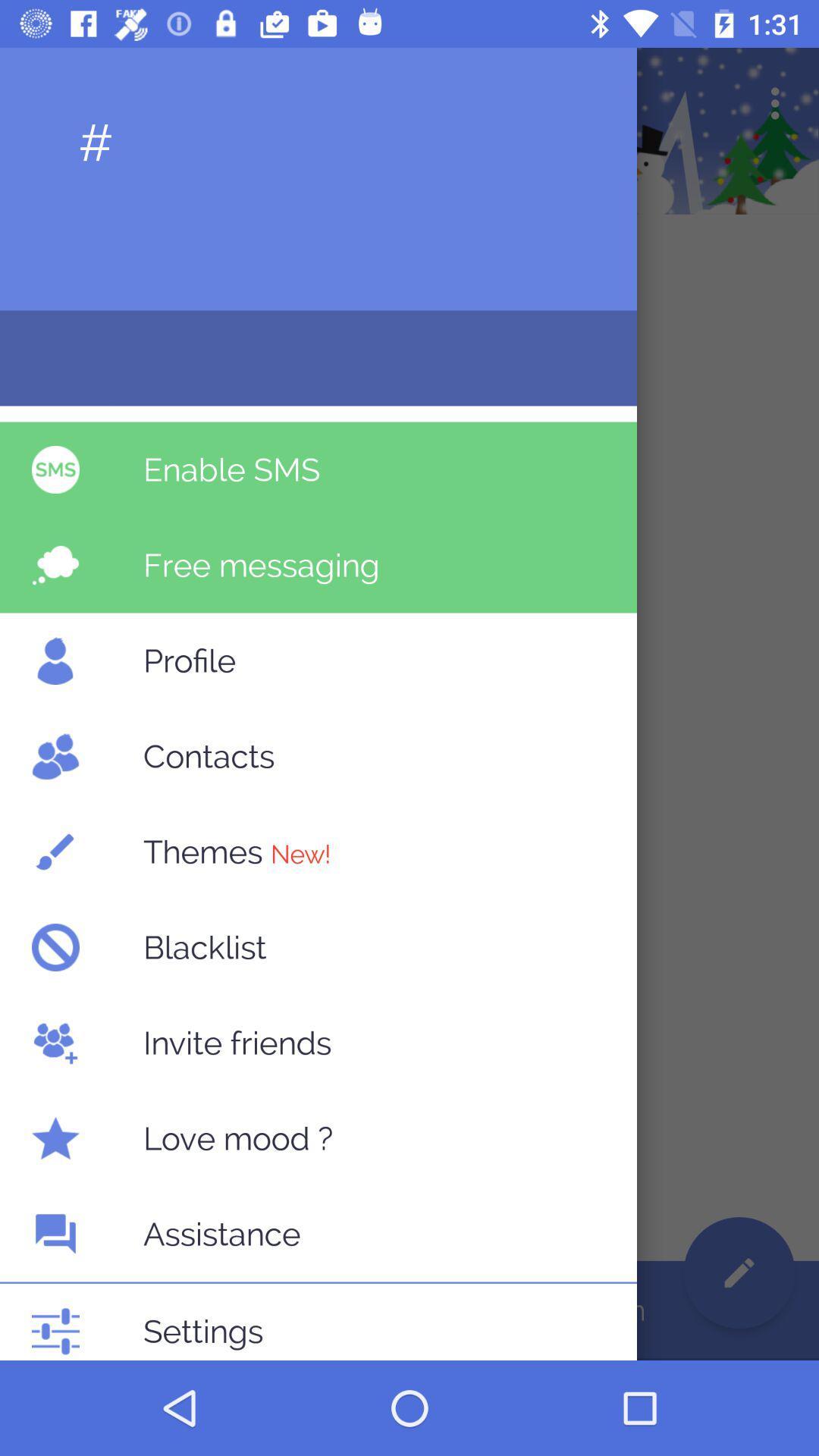 Image resolution: width=819 pixels, height=1456 pixels. What do you see at coordinates (55, 946) in the screenshot?
I see `the icon left to the blacklist` at bounding box center [55, 946].